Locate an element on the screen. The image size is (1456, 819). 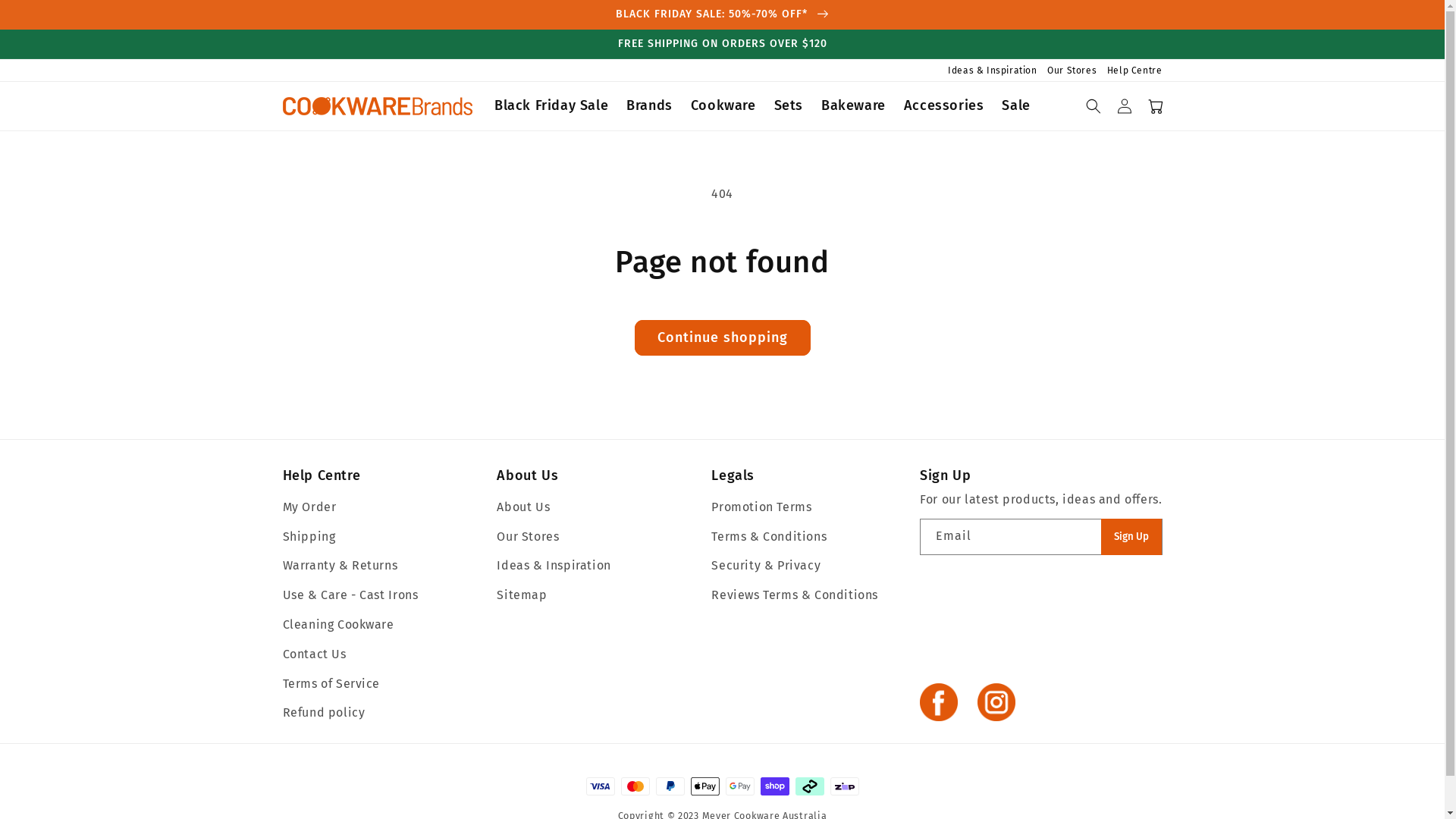
'Use & Care - Cast Irons' is located at coordinates (282, 595).